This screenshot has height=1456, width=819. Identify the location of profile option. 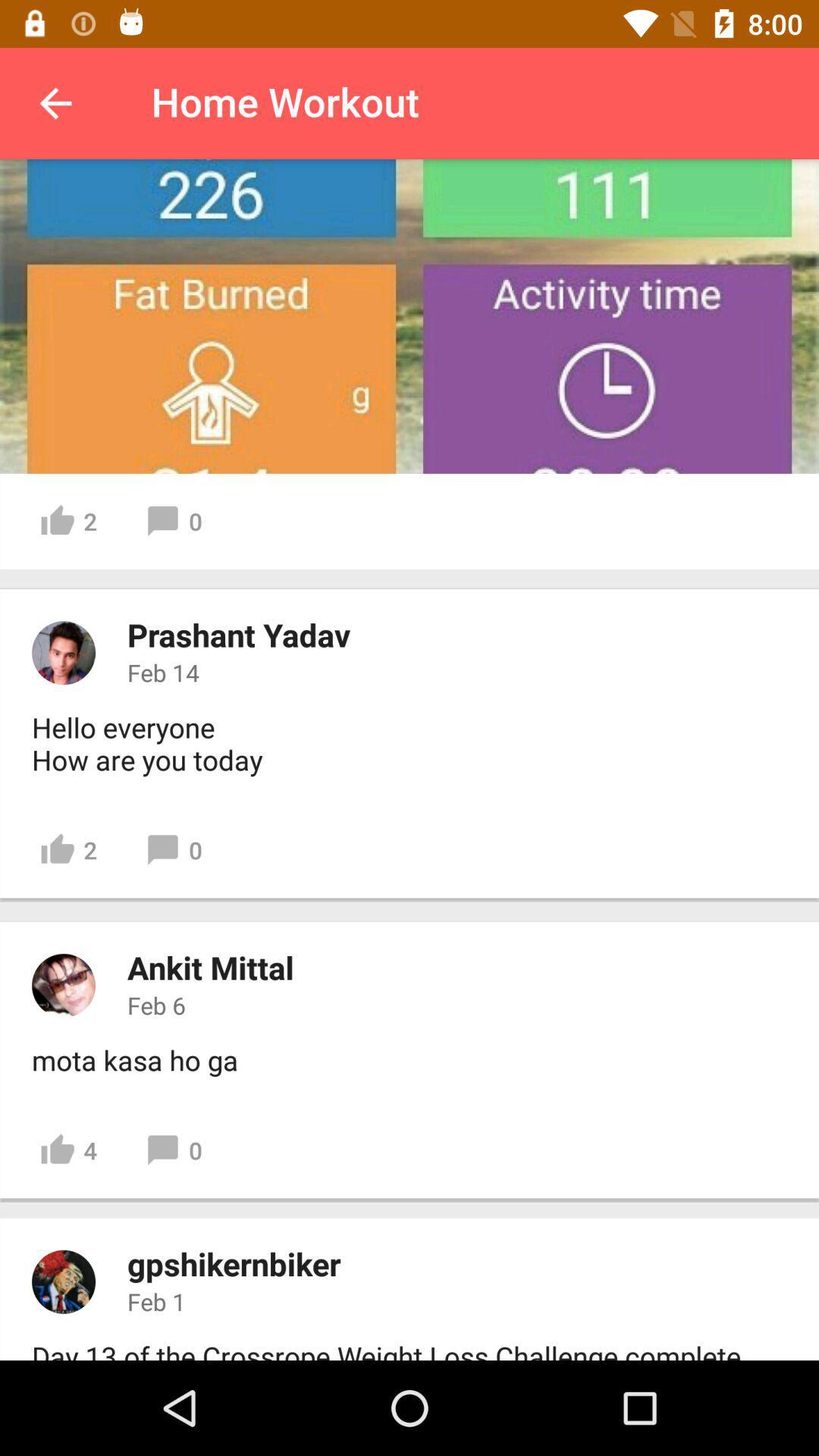
(63, 652).